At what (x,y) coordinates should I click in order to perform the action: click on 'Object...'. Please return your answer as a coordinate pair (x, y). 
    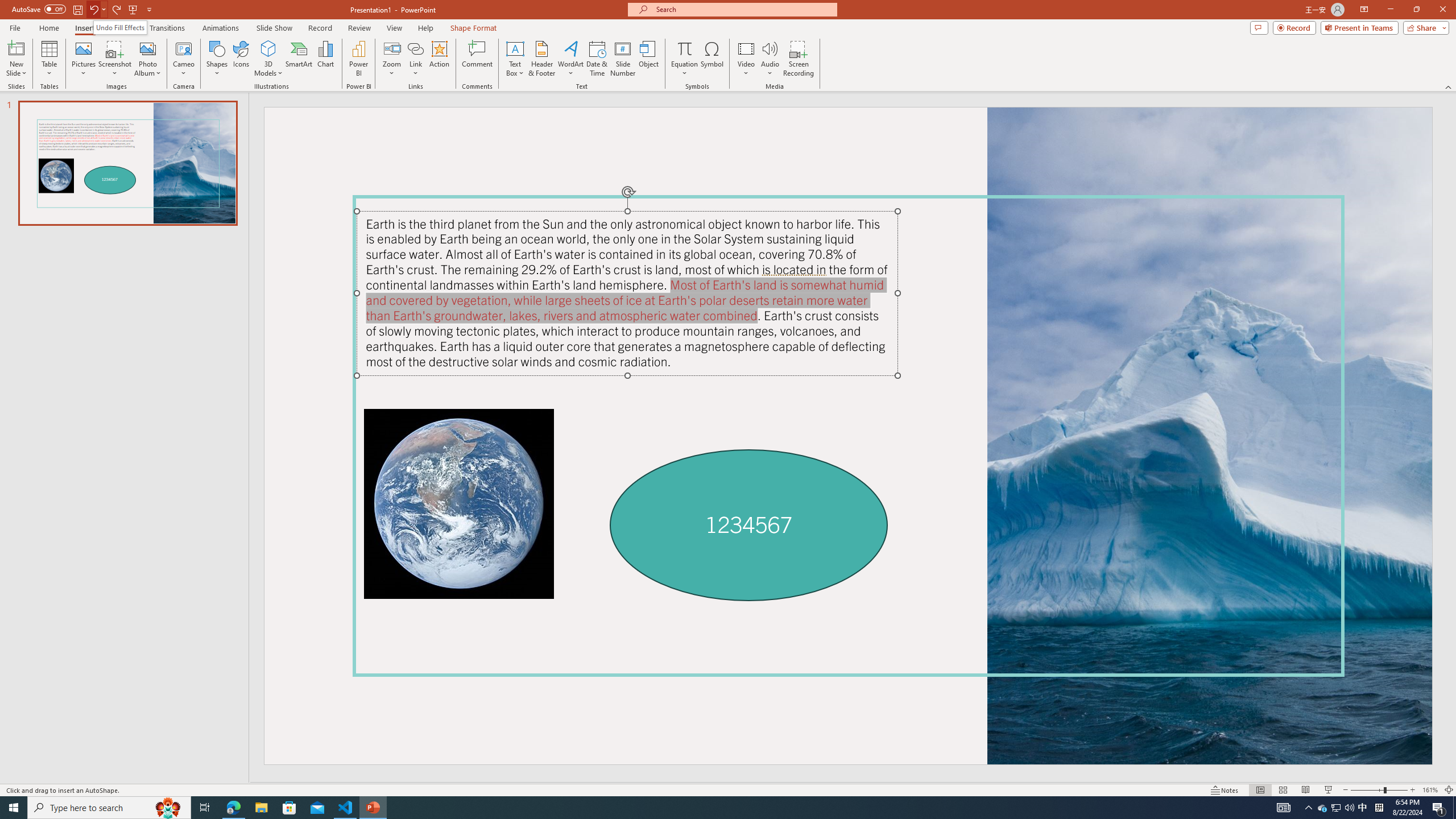
    Looking at the image, I should click on (649, 59).